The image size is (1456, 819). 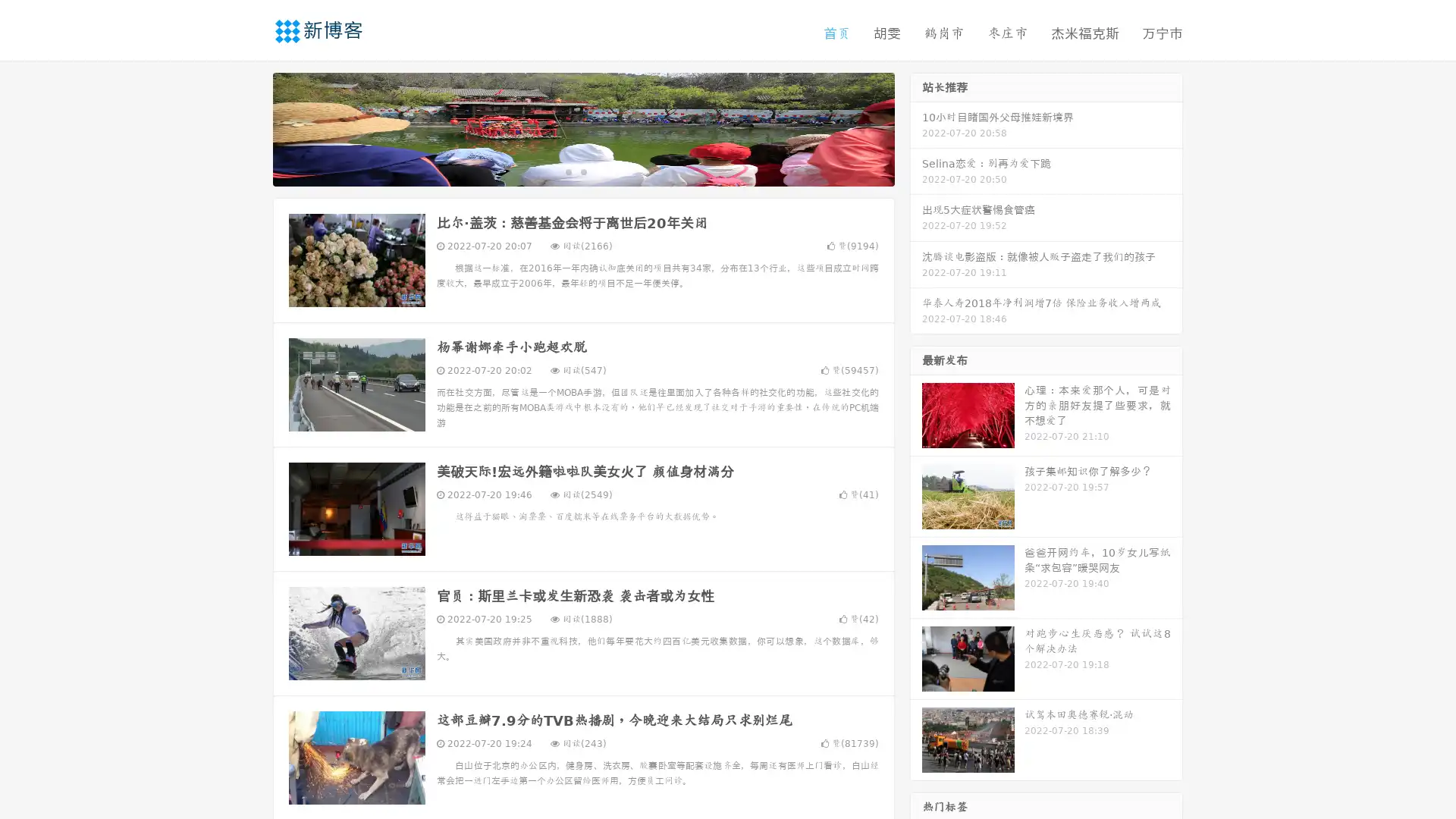 I want to click on Next slide, so click(x=916, y=127).